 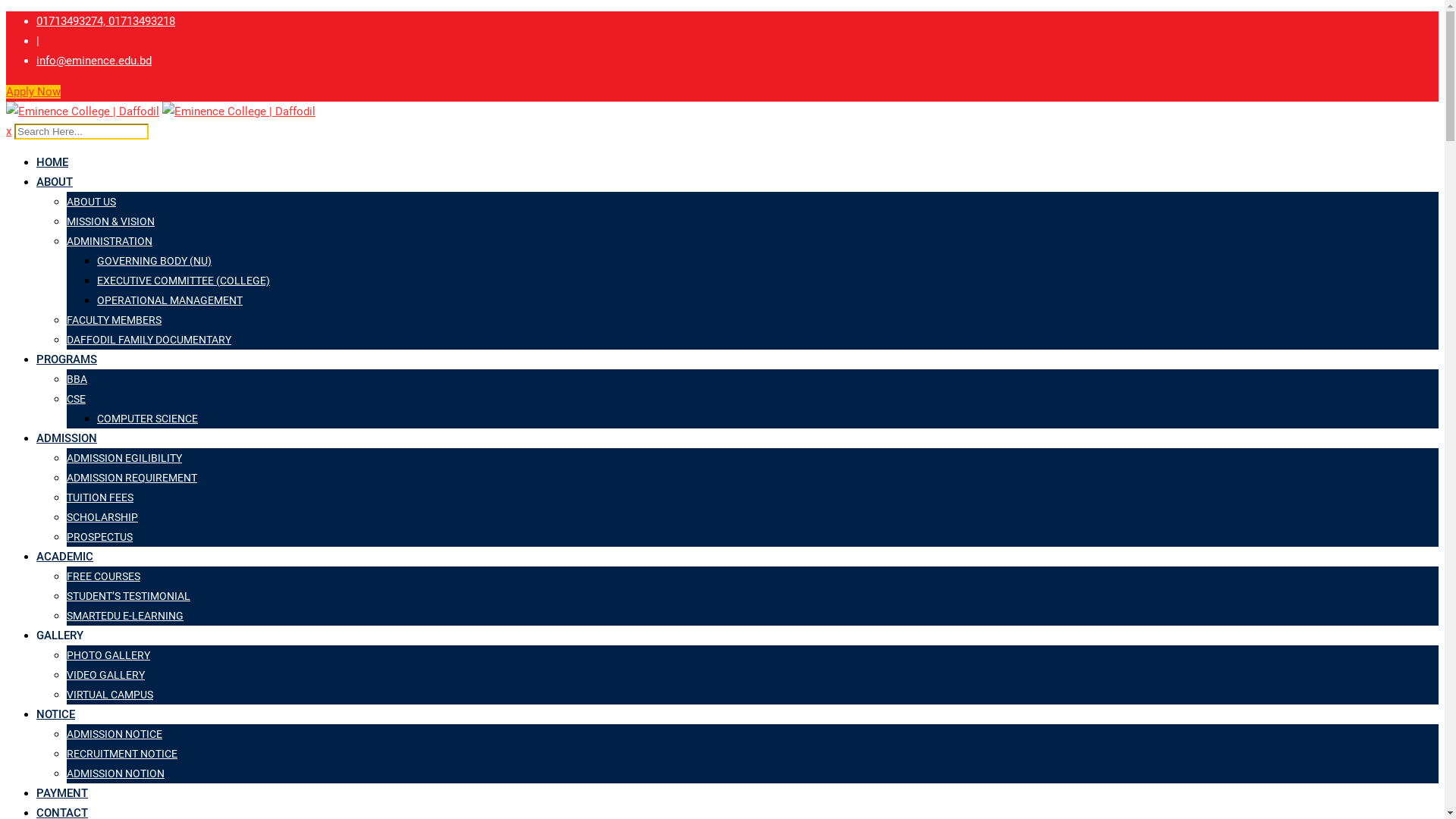 What do you see at coordinates (109, 221) in the screenshot?
I see `'MISSION & VISION'` at bounding box center [109, 221].